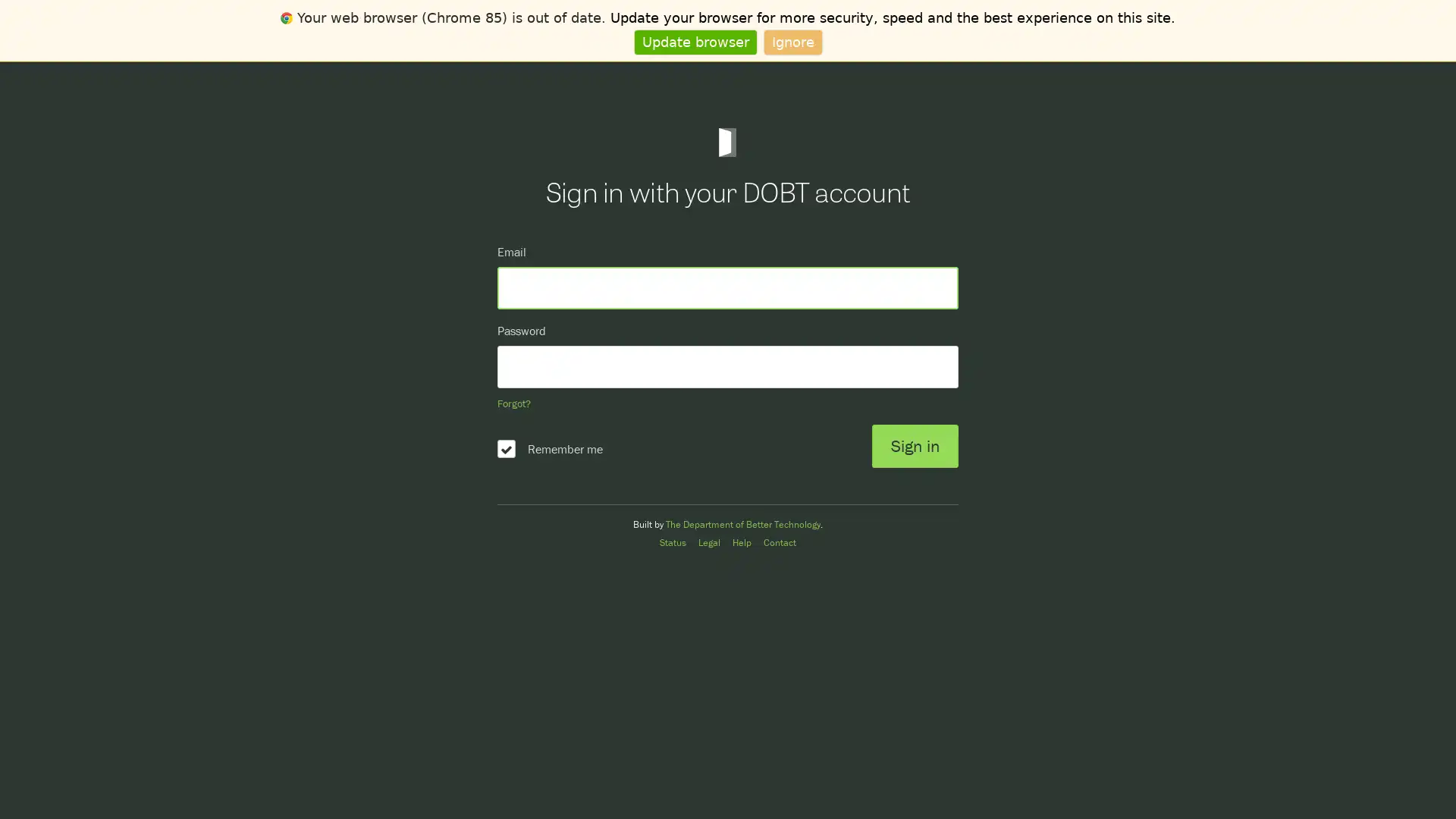  Describe the element at coordinates (792, 41) in the screenshot. I see `Ignore` at that location.